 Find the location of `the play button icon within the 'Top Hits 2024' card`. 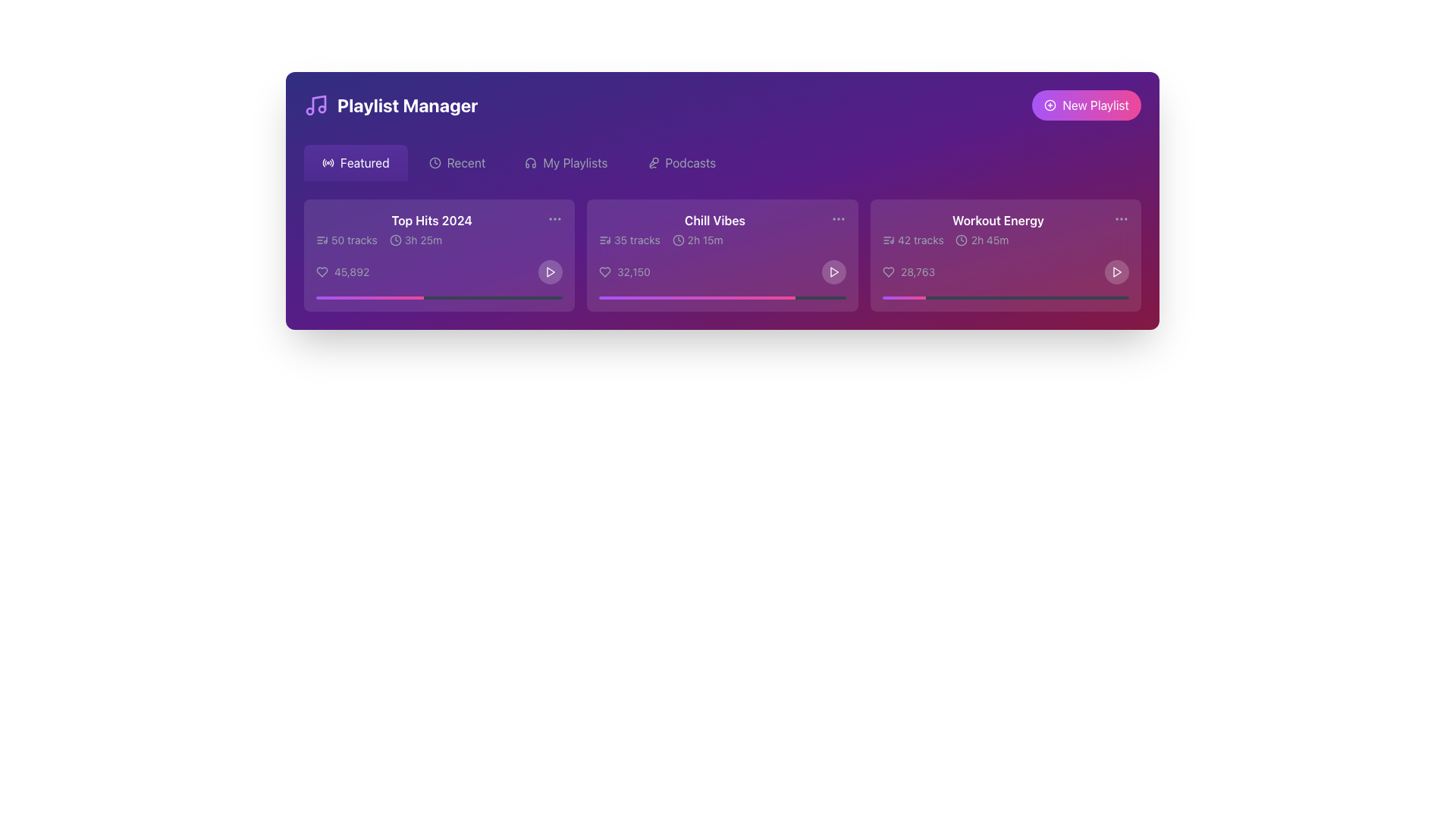

the play button icon within the 'Top Hits 2024' card is located at coordinates (550, 271).